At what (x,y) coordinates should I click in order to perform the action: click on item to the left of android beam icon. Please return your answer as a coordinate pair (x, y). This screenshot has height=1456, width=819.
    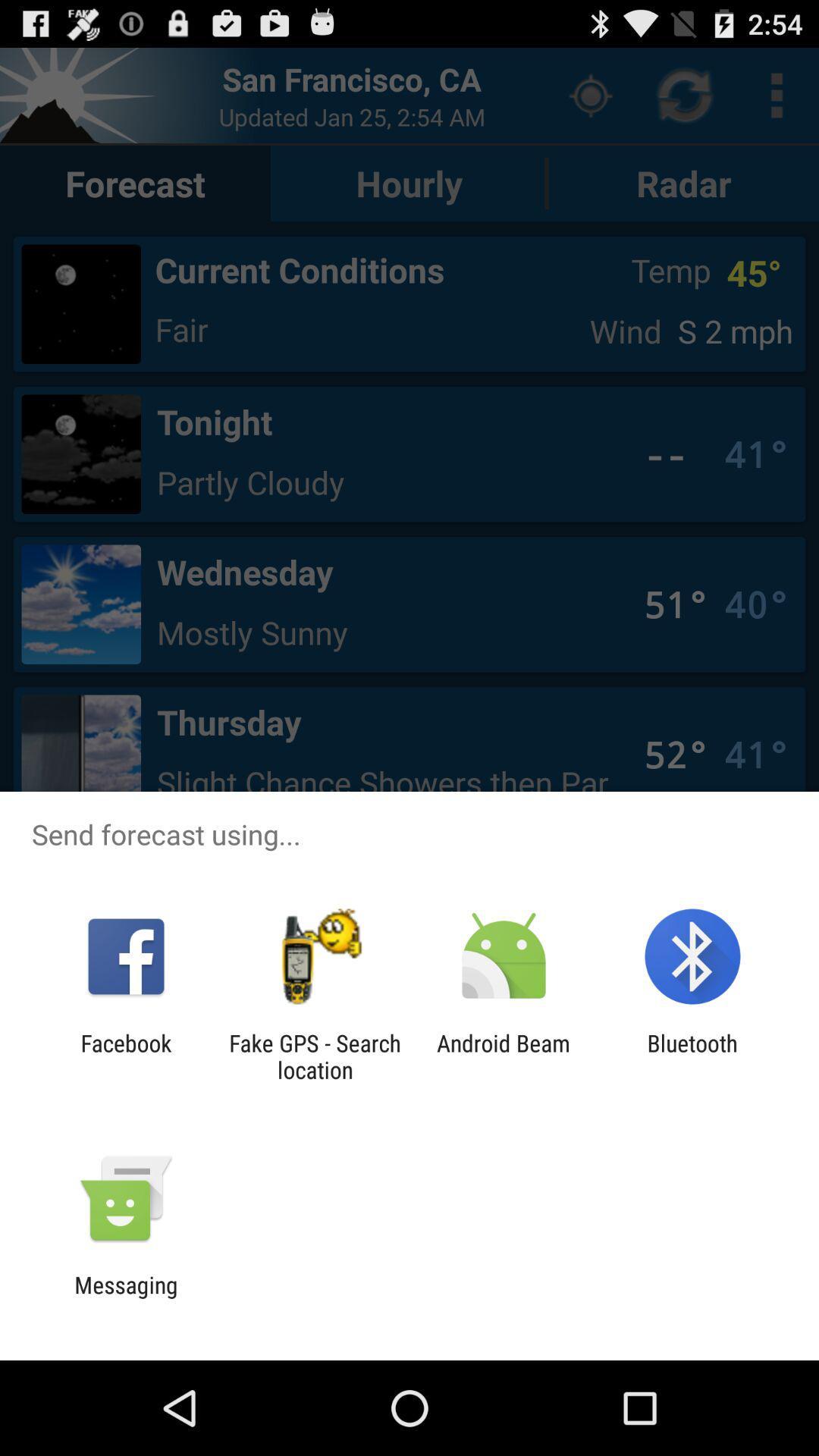
    Looking at the image, I should click on (314, 1056).